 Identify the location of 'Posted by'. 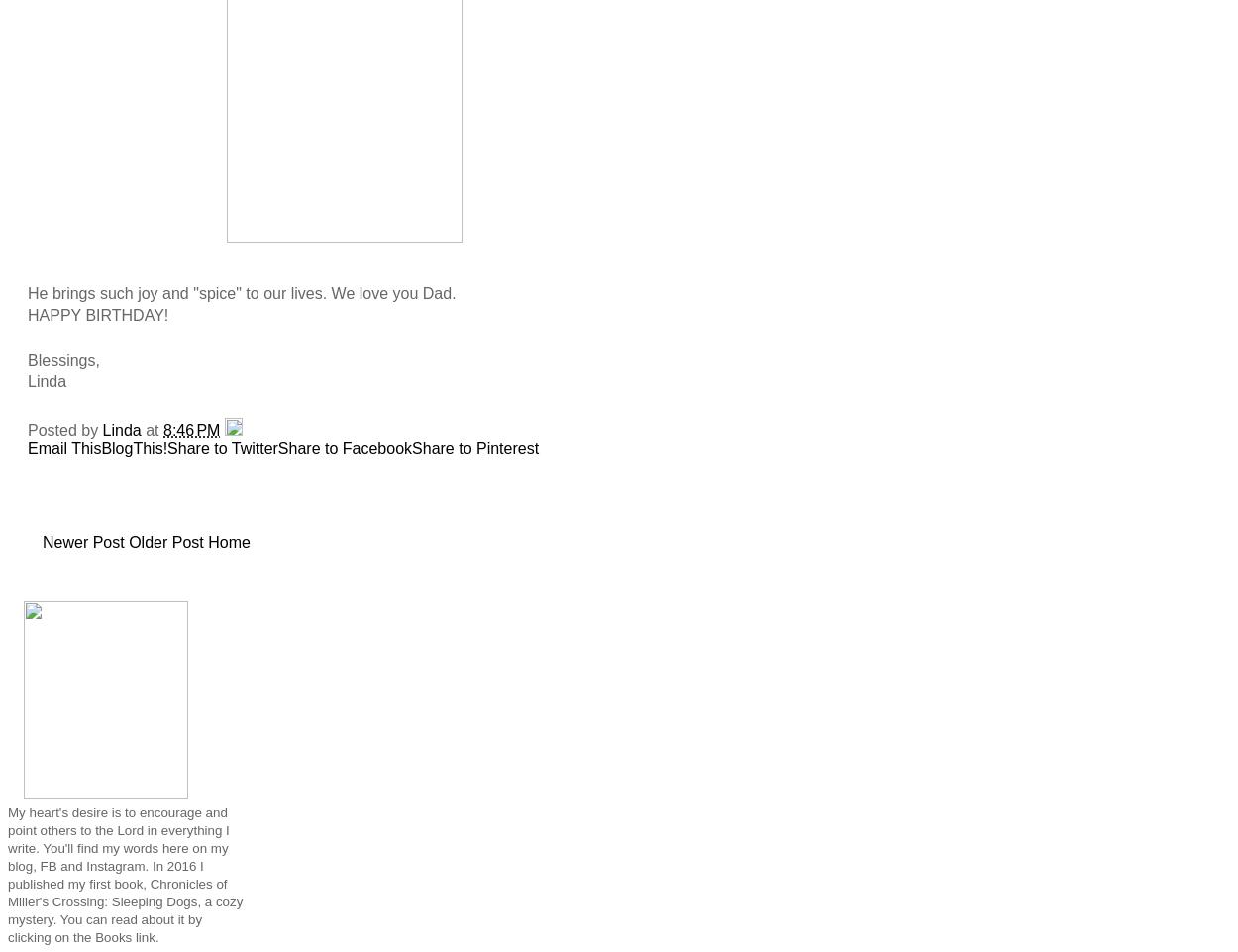
(63, 428).